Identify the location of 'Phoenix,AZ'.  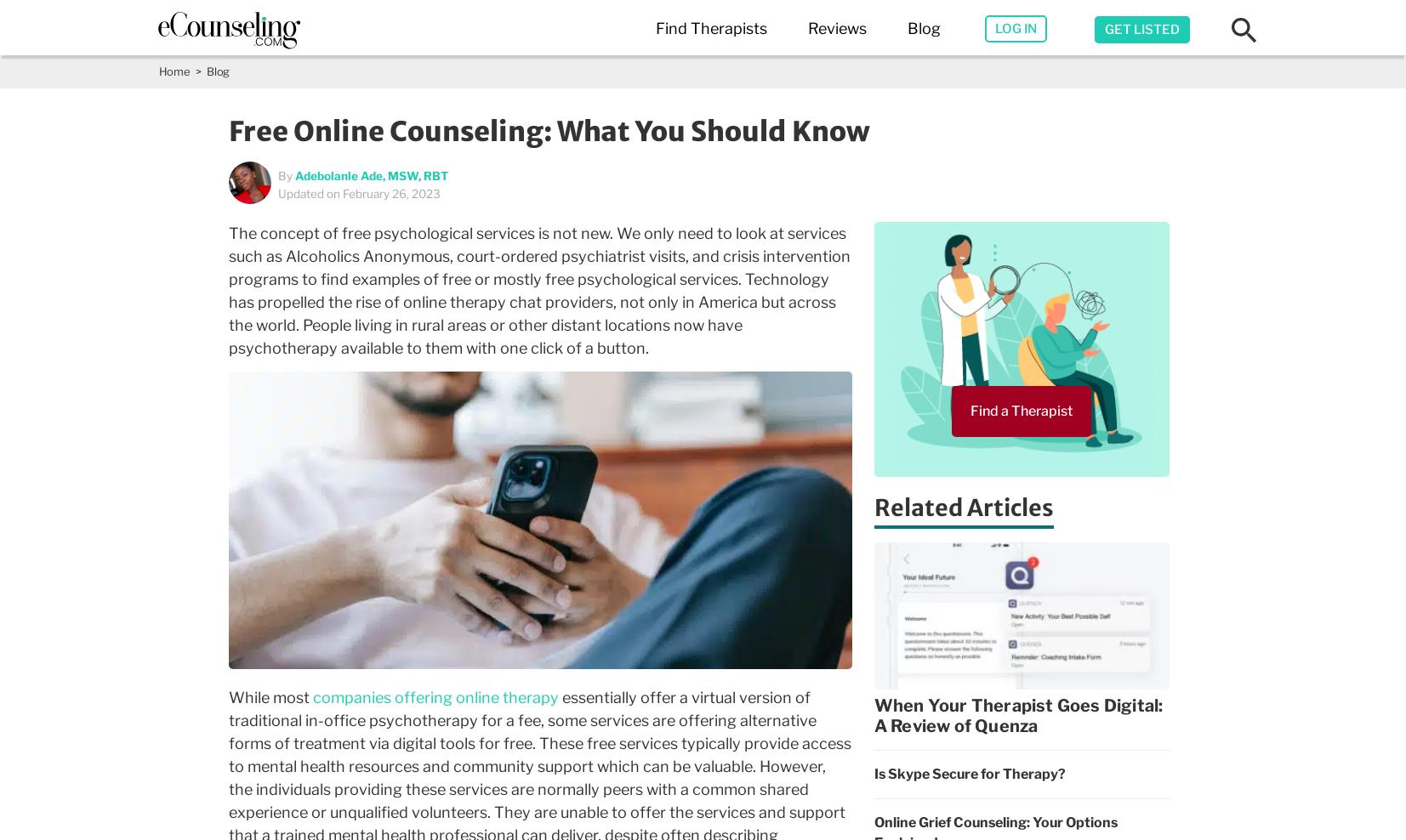
(496, 599).